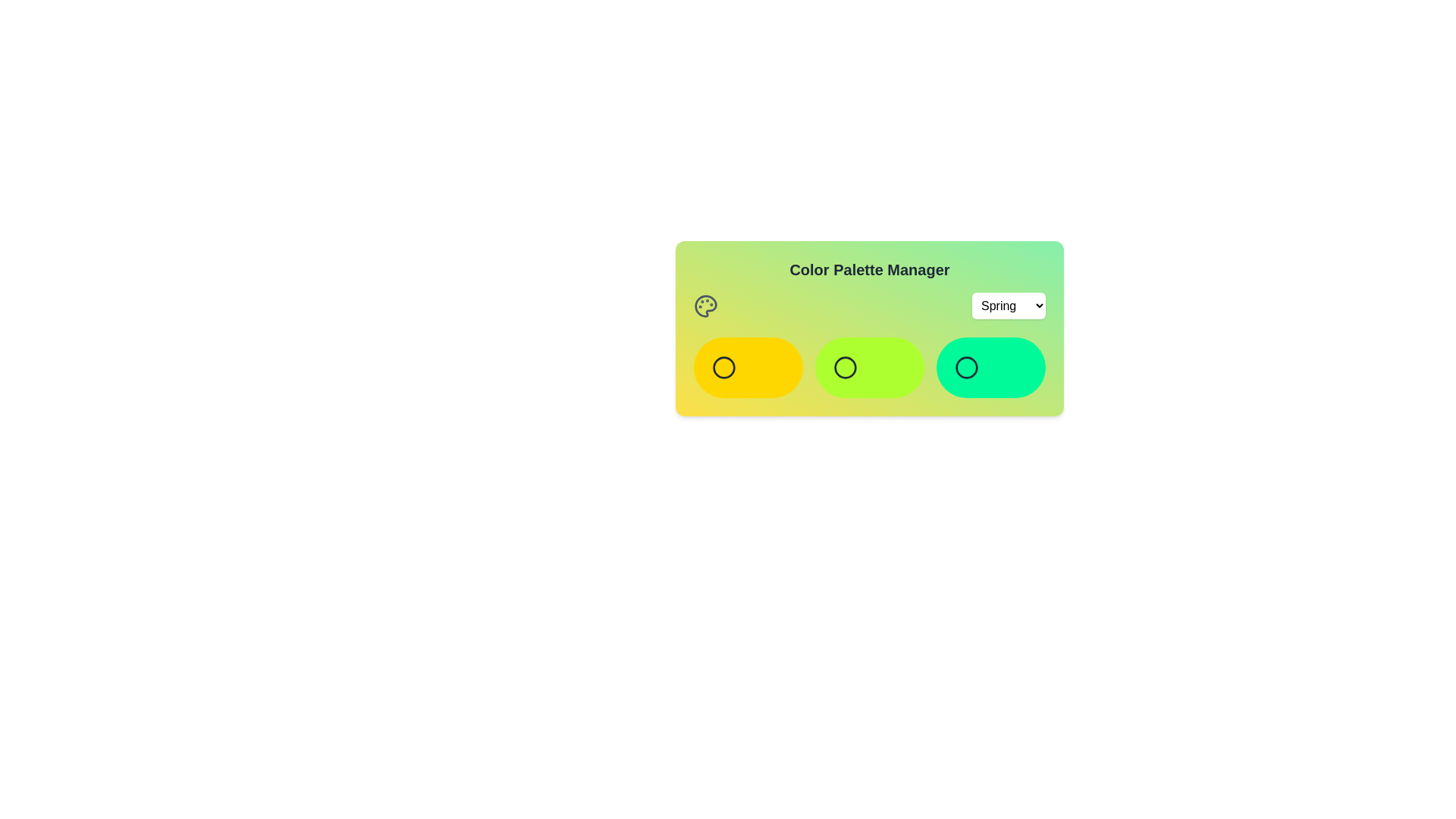  What do you see at coordinates (1009, 306) in the screenshot?
I see `the color palette Winter from the dropdown menu` at bounding box center [1009, 306].